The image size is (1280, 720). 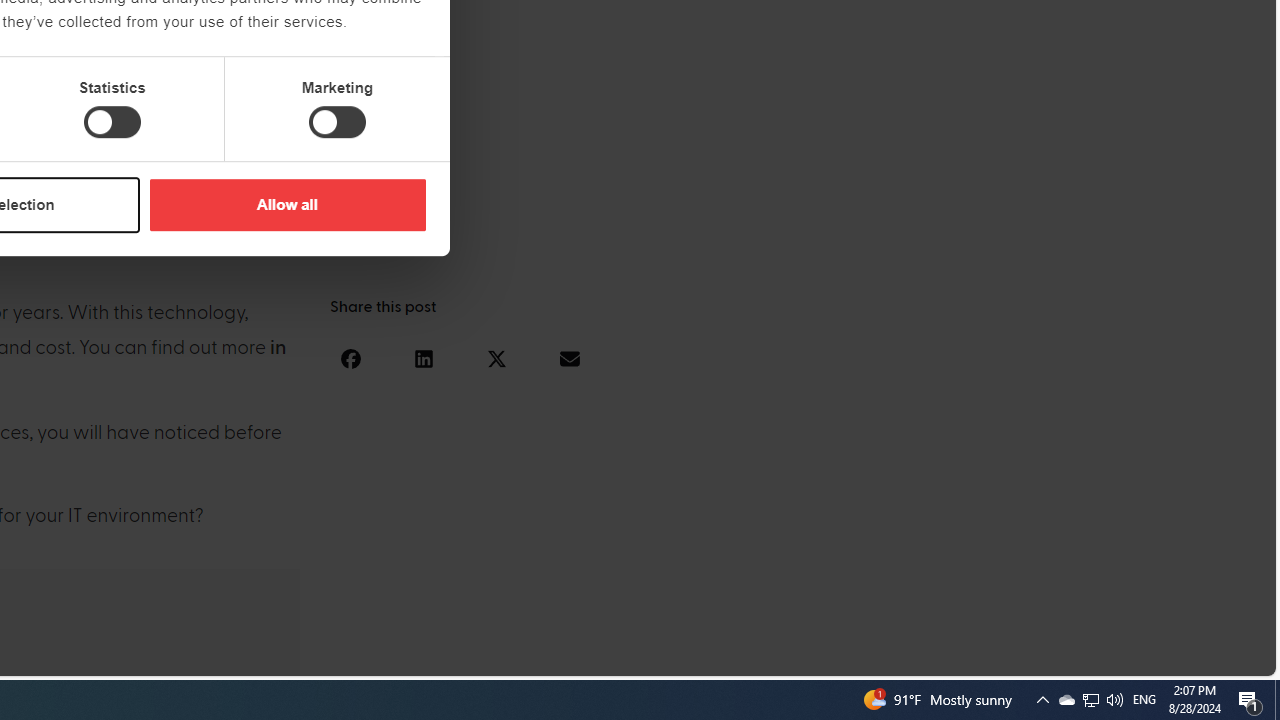 I want to click on 'Language switcher : Slovenian', so click(x=1065, y=657).